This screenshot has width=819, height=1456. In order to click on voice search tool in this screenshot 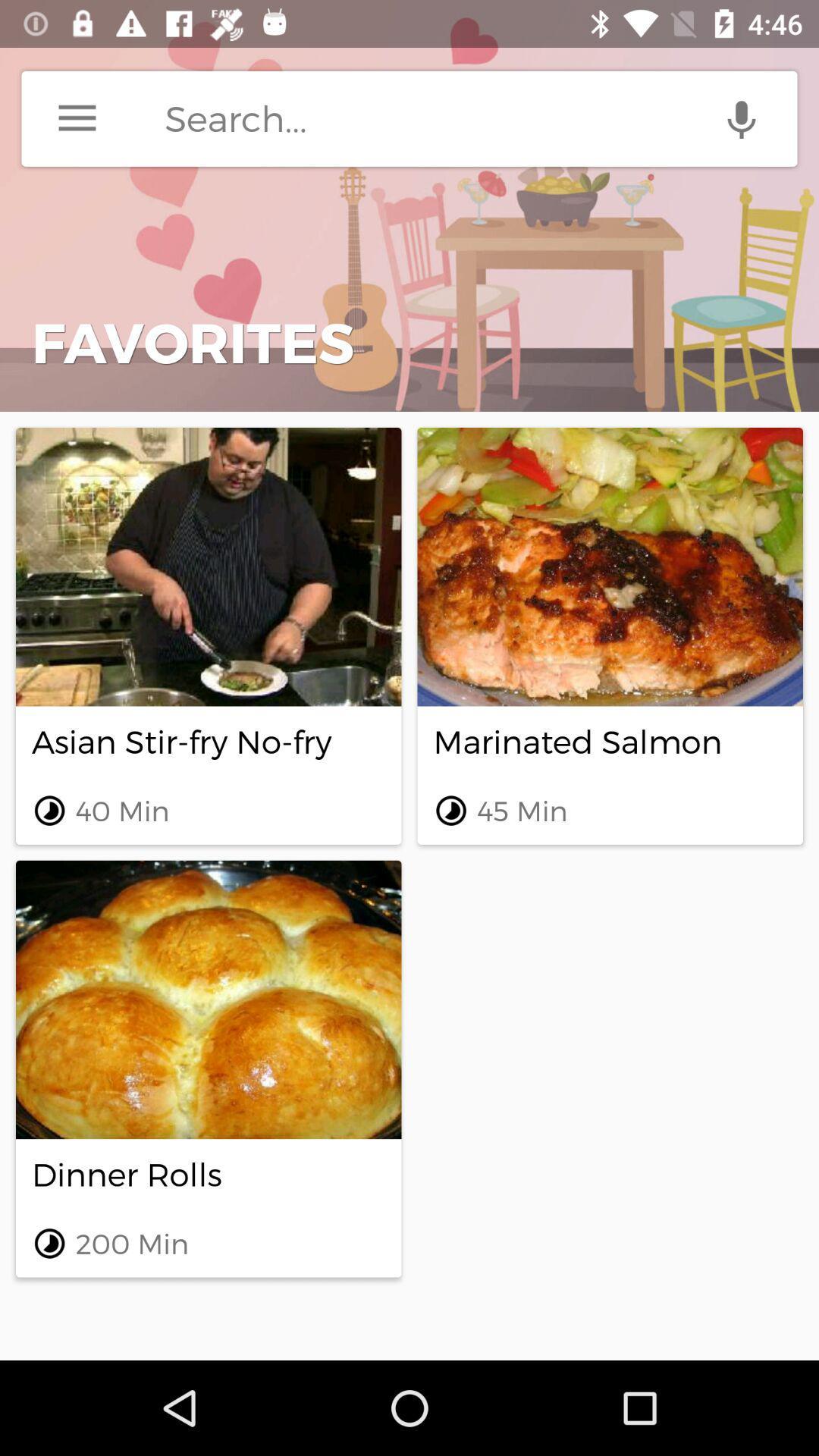, I will do `click(741, 118)`.